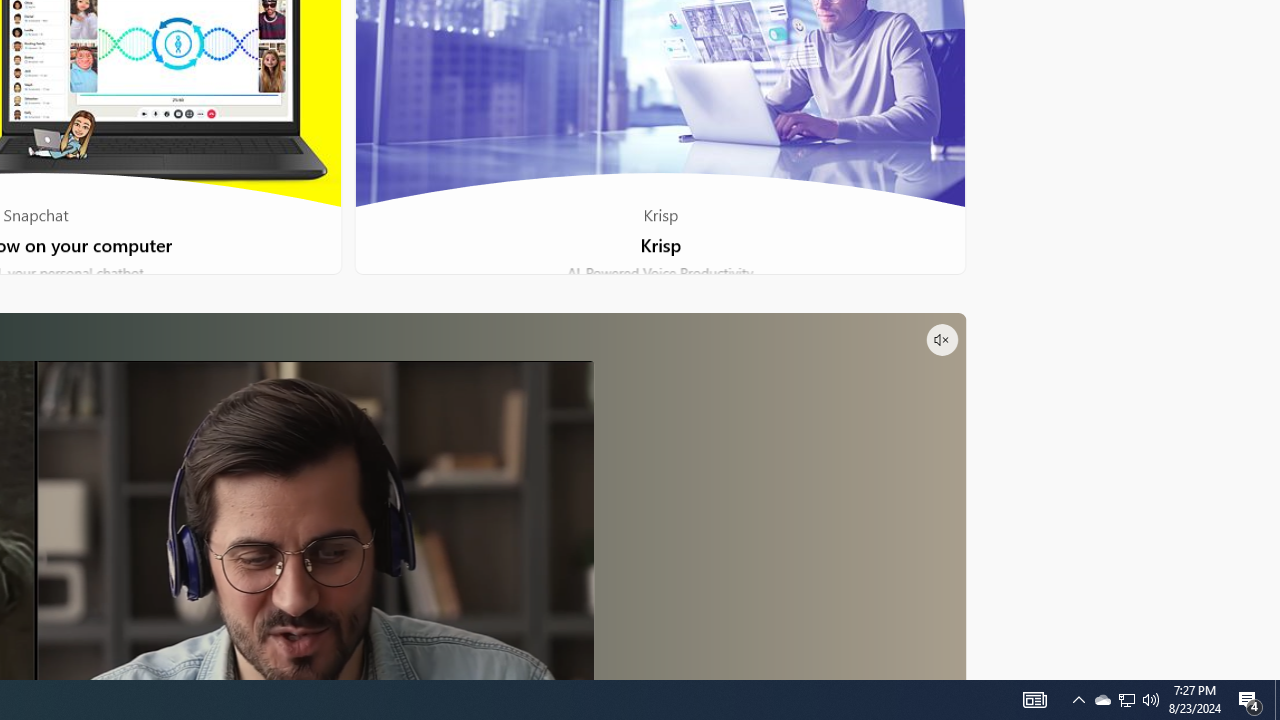 The width and height of the screenshot is (1280, 720). I want to click on 'Unmute', so click(940, 338).